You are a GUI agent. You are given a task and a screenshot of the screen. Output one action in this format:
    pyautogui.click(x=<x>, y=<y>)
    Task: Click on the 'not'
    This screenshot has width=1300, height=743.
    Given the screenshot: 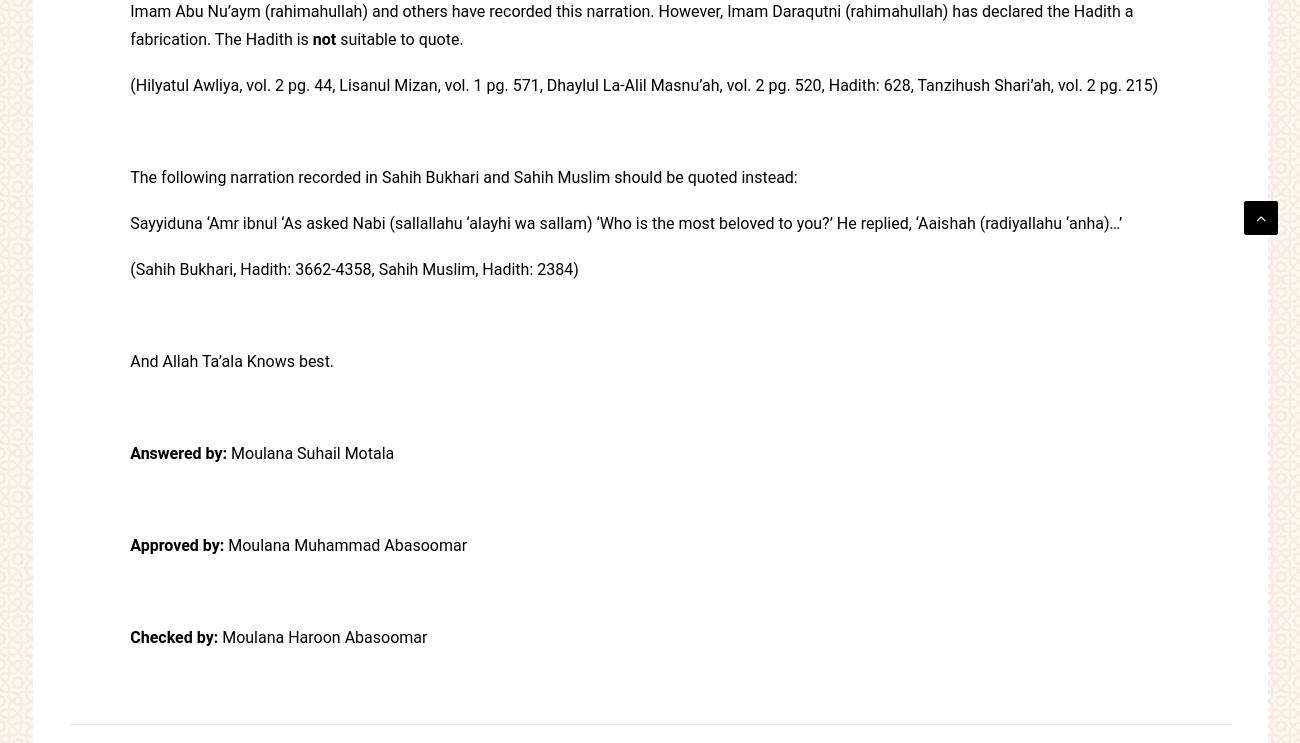 What is the action you would take?
    pyautogui.click(x=323, y=39)
    